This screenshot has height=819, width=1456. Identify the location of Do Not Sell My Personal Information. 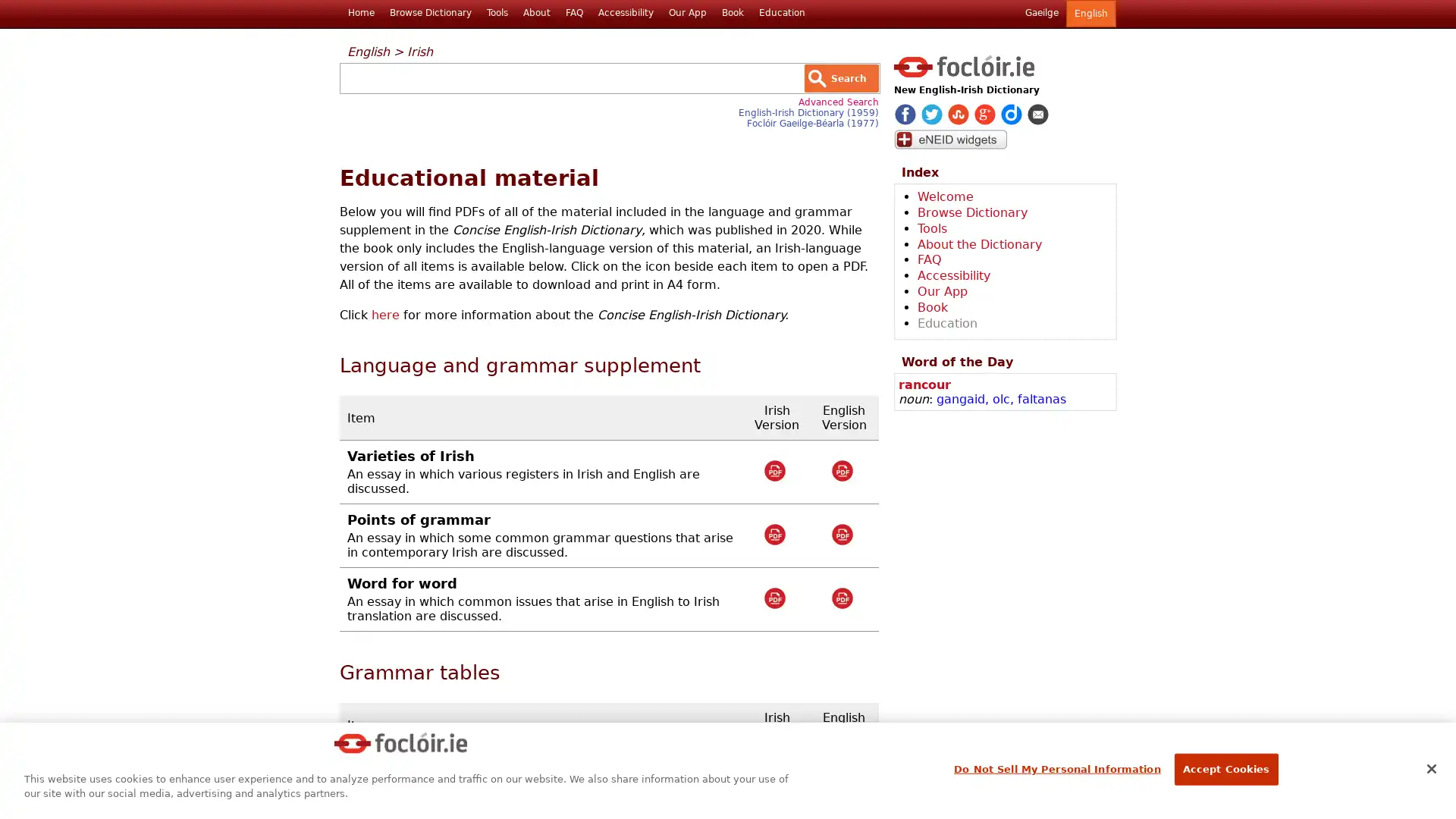
(1056, 769).